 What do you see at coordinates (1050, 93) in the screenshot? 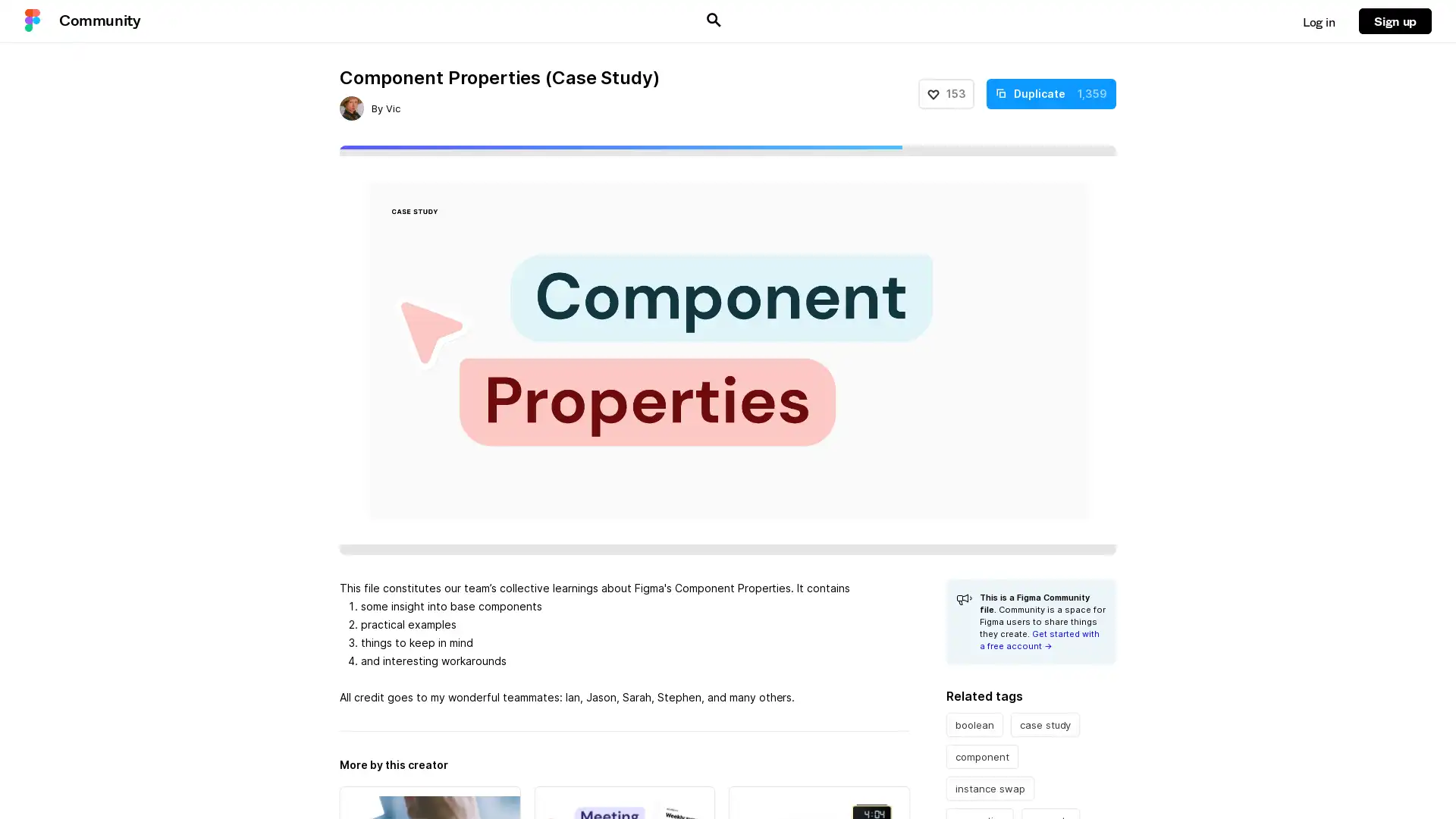
I see `Duplicate 1,359` at bounding box center [1050, 93].